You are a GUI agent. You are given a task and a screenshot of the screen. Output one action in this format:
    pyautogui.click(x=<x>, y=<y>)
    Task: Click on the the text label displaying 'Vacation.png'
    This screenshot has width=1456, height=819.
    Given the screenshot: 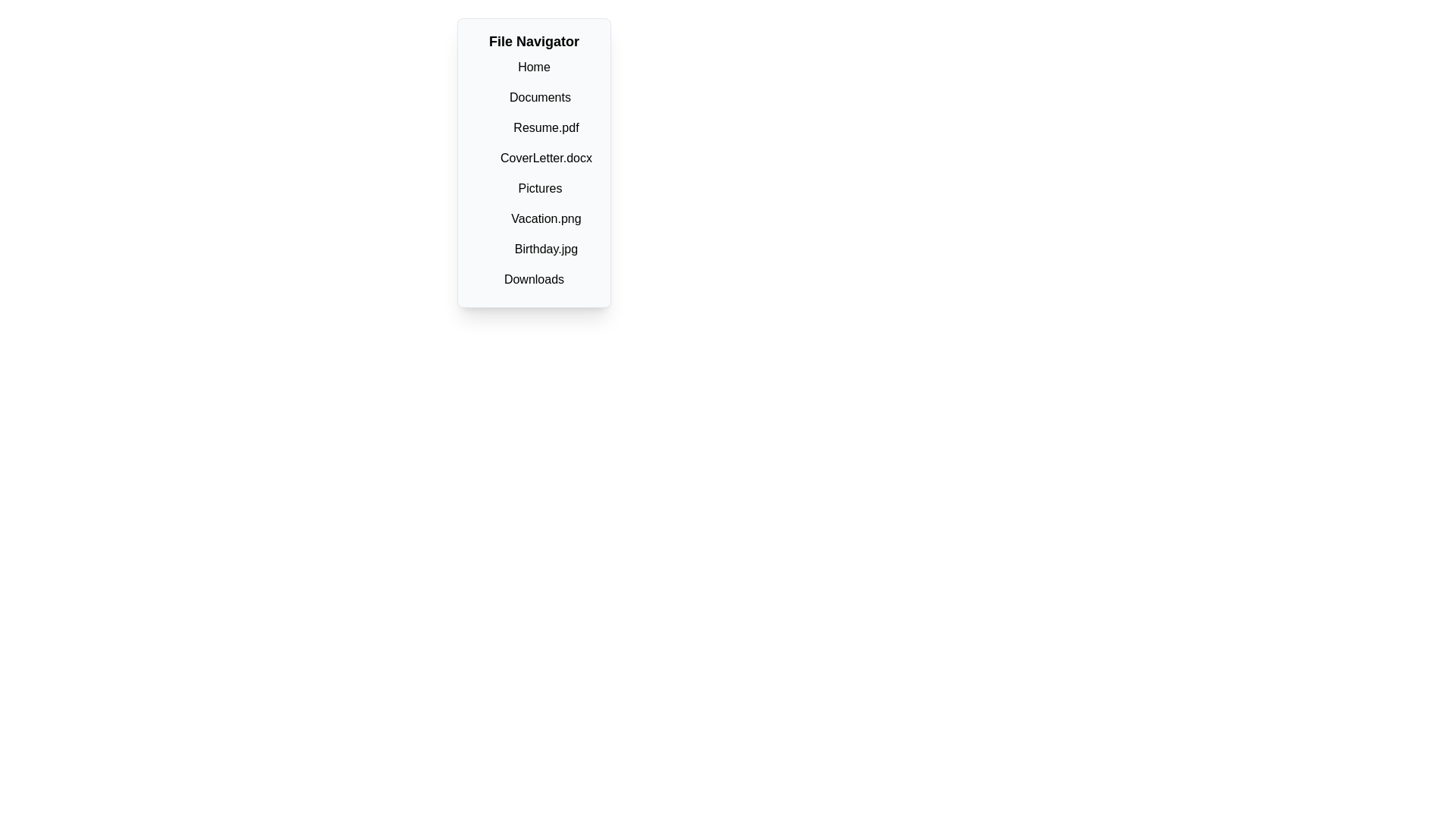 What is the action you would take?
    pyautogui.click(x=546, y=218)
    